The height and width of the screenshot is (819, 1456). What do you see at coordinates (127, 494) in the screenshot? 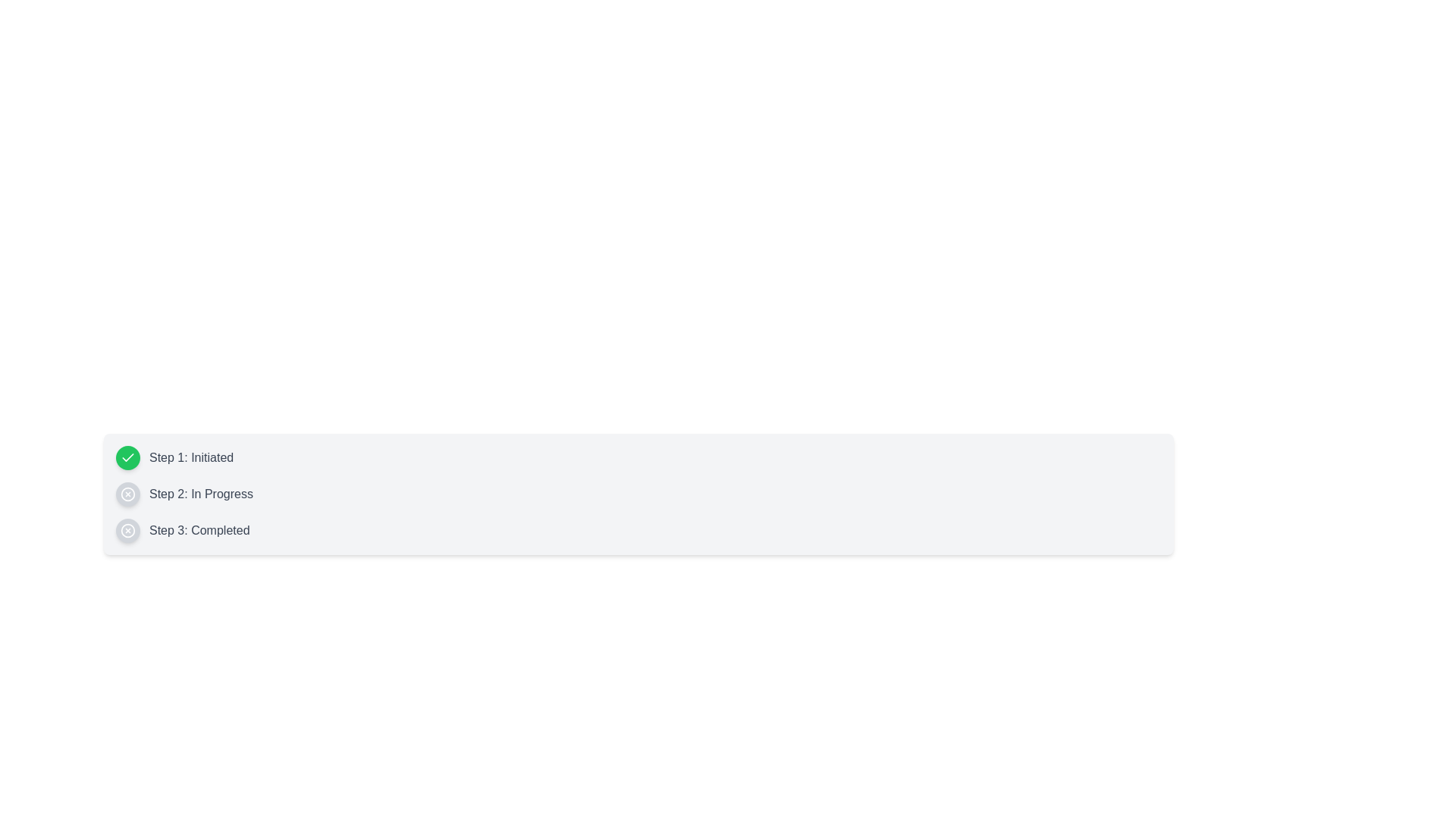
I see `the circular icon with an 'X' mark in the center, which is part of the step indicator layout next to 'Step 2: In Progress'` at bounding box center [127, 494].